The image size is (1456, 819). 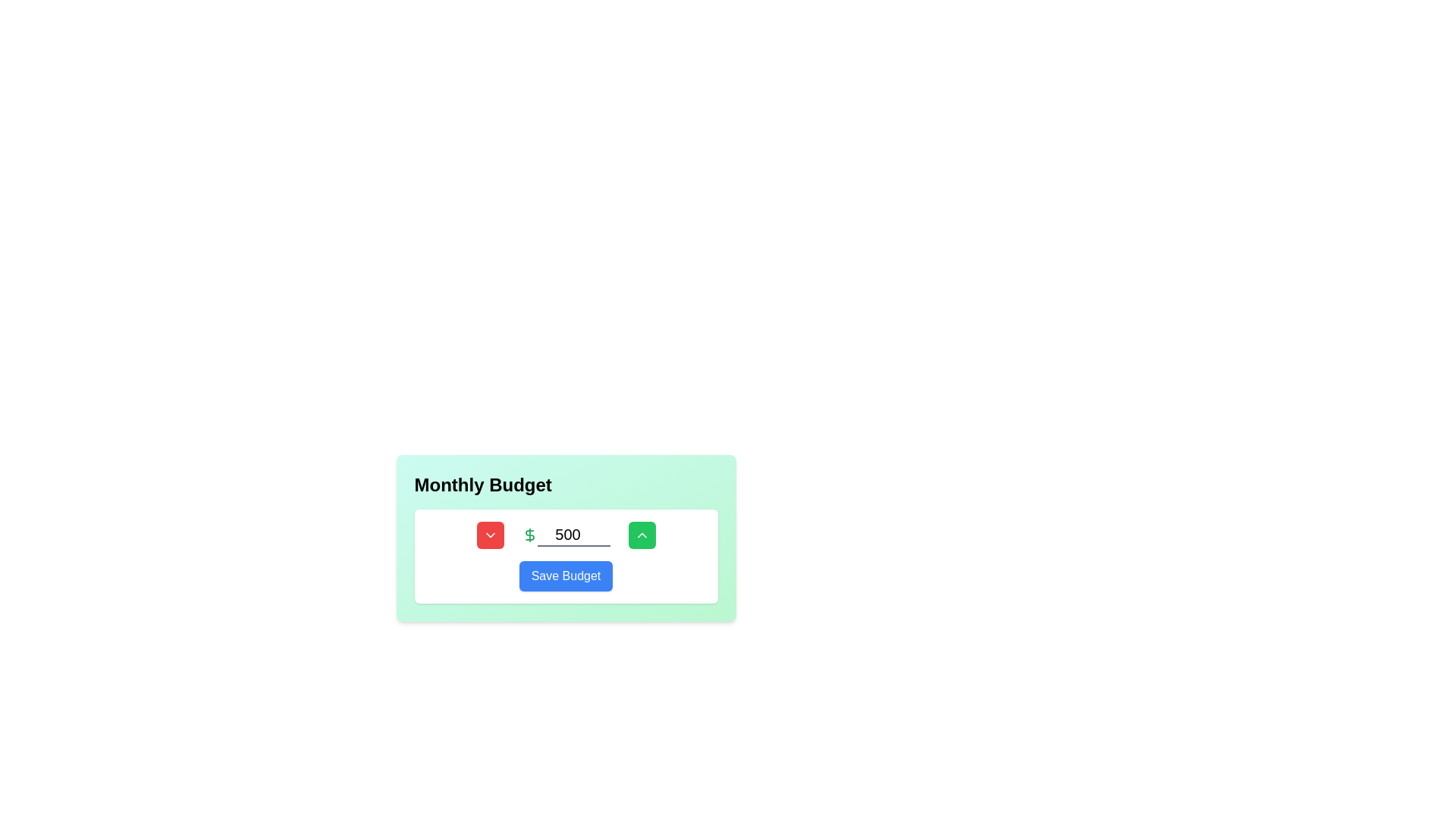 I want to click on the dollar sign icon, which is green and has a minimalist design, located to the left of a numeric input field, so click(x=529, y=534).